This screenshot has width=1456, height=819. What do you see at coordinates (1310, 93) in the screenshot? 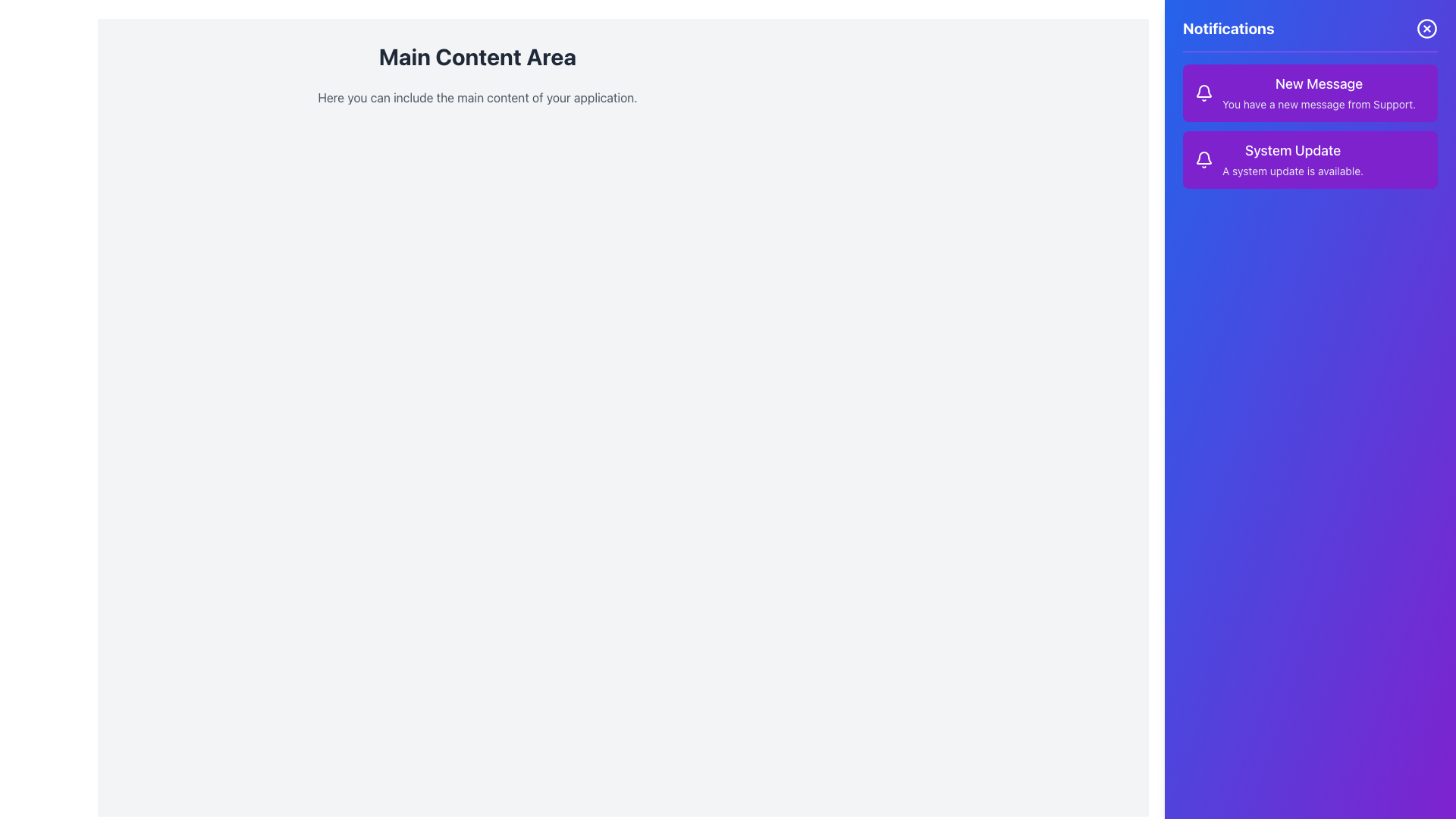
I see `message details from the Notification card that indicates a new message from Support, located at the top of the notifications section` at bounding box center [1310, 93].